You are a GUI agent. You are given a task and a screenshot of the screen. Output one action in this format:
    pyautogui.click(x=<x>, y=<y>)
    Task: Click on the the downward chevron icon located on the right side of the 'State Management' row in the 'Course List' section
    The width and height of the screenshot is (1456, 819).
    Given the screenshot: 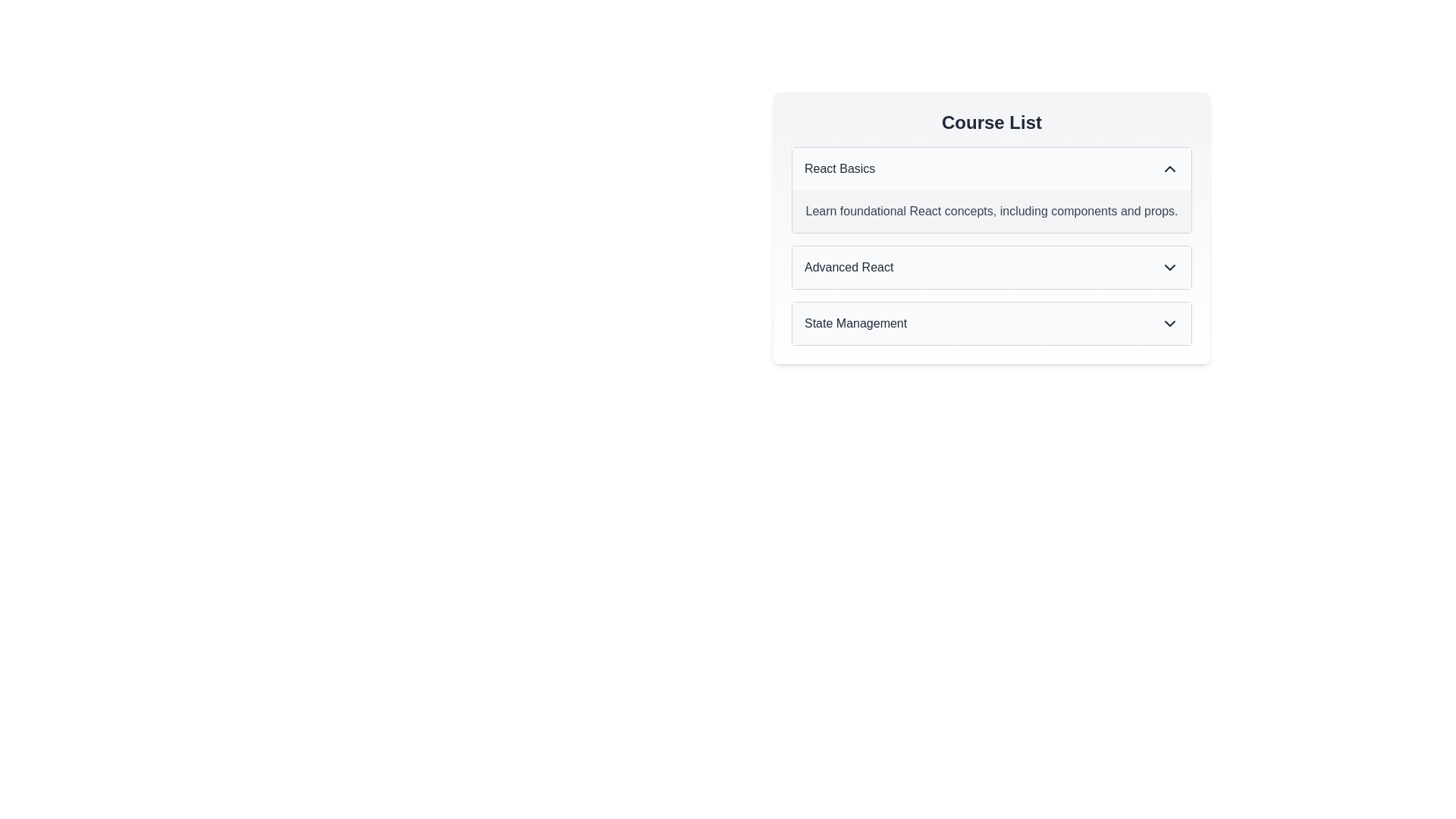 What is the action you would take?
    pyautogui.click(x=1169, y=323)
    